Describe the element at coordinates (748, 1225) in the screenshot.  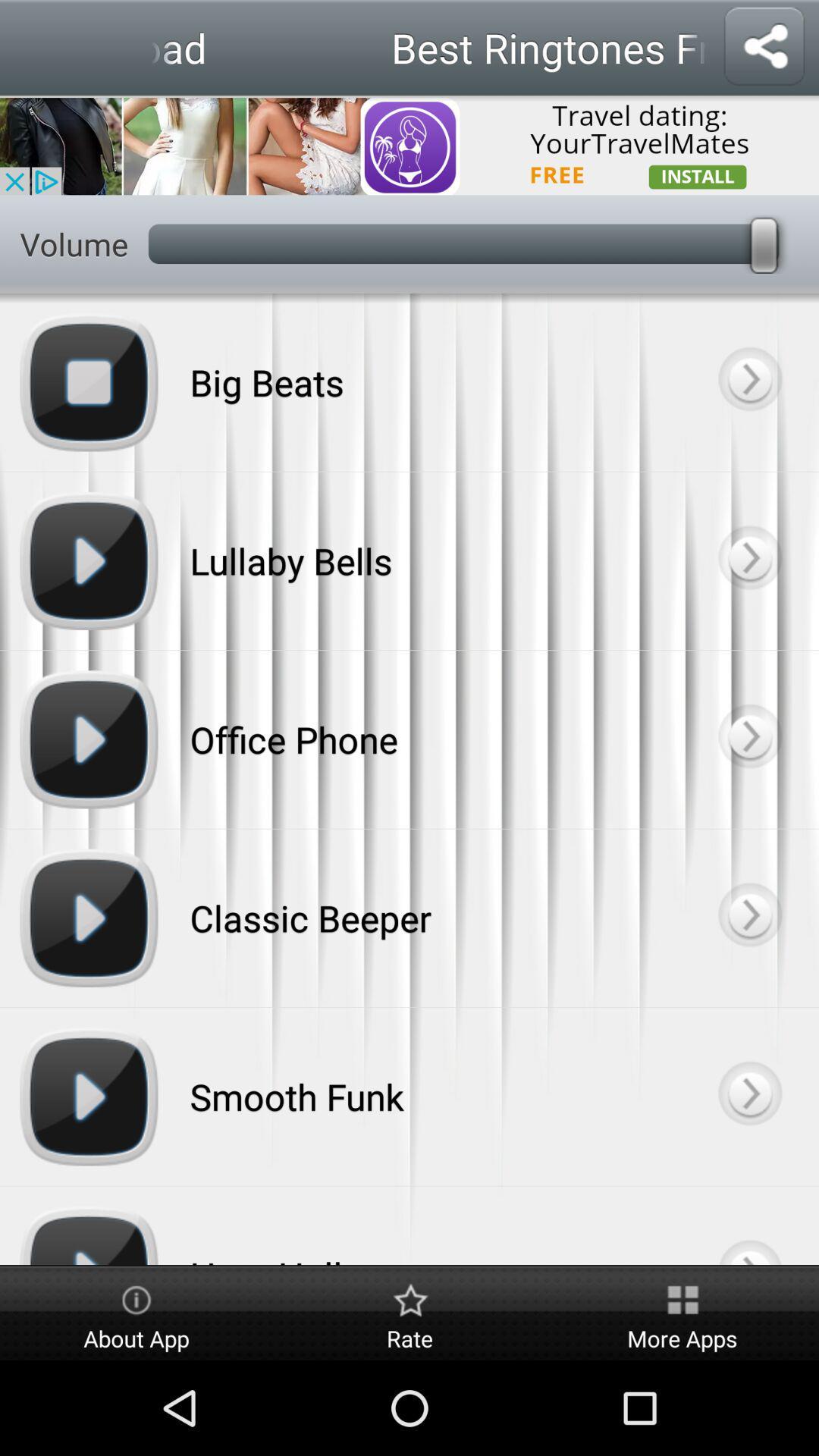
I see `next` at that location.